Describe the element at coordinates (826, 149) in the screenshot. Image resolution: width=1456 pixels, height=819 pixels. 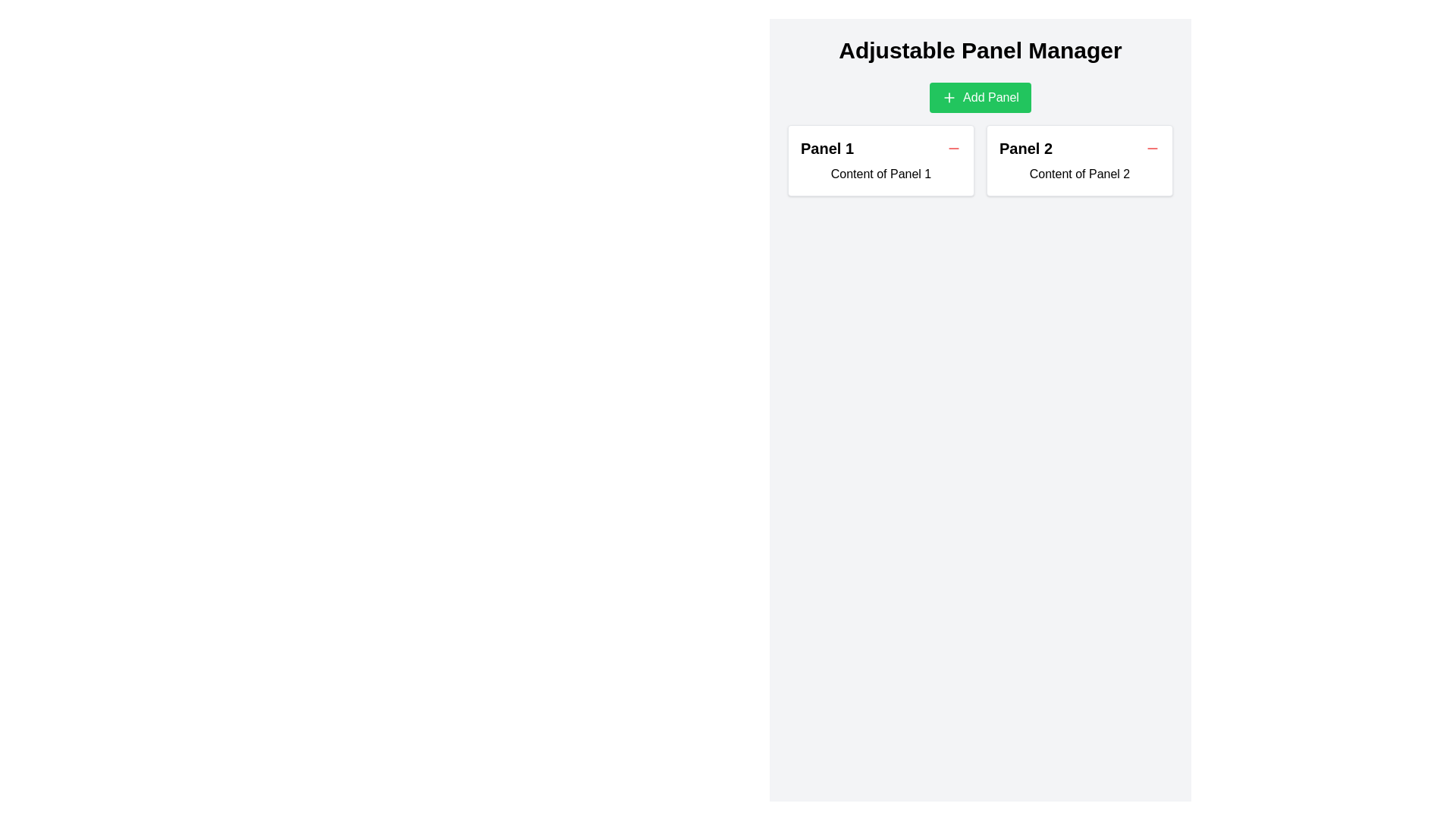
I see `text content of the header label located near the top-left corner of the first panel, which is to the left of a small interactive button in the leftmost panel of a two-panel layout` at that location.